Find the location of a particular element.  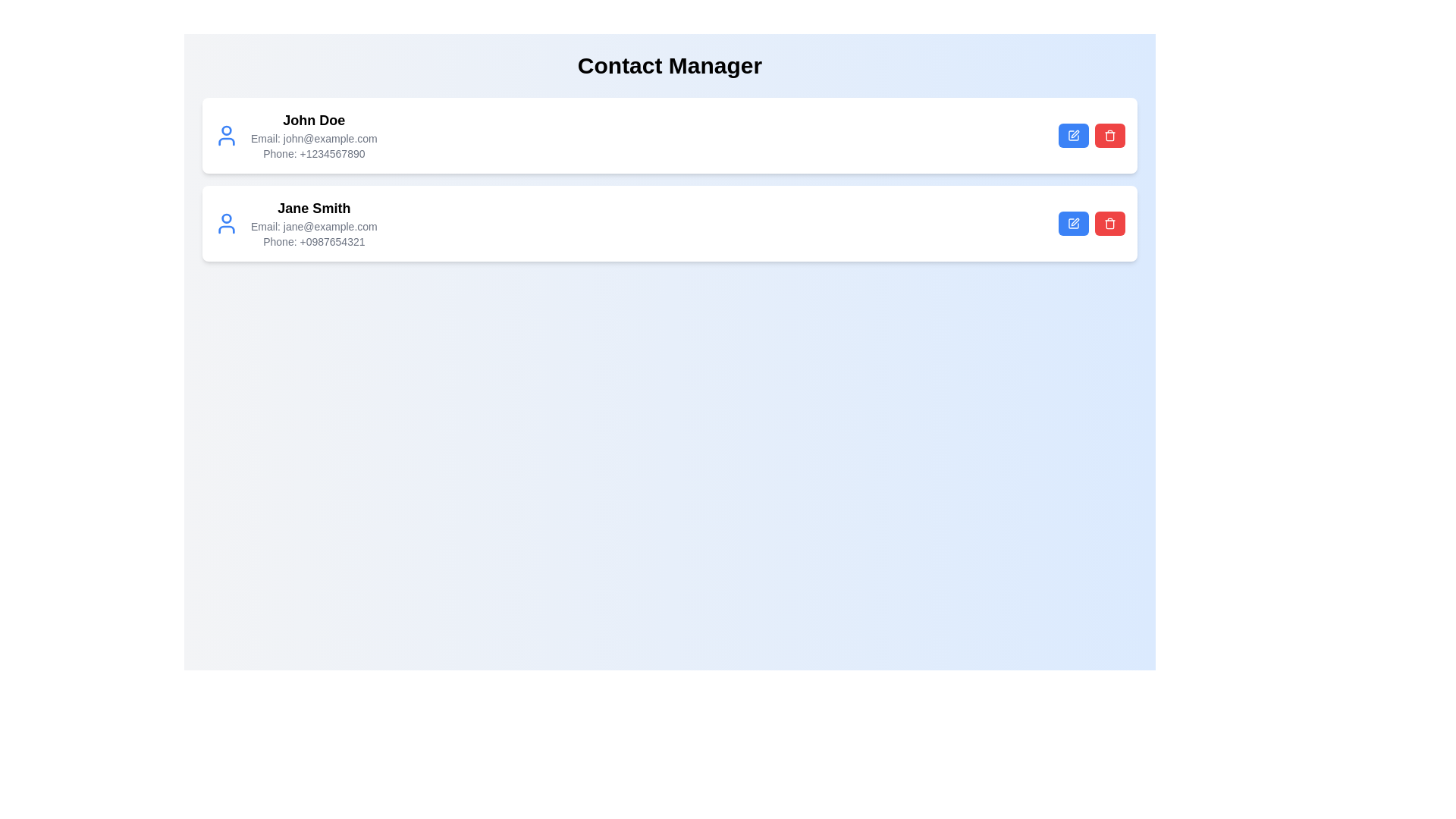

the static text display showing the email address associated with the contact 'John Doe', which is located beneath the name 'John Doe' and above the phone number '+1234567890' is located at coordinates (313, 138).